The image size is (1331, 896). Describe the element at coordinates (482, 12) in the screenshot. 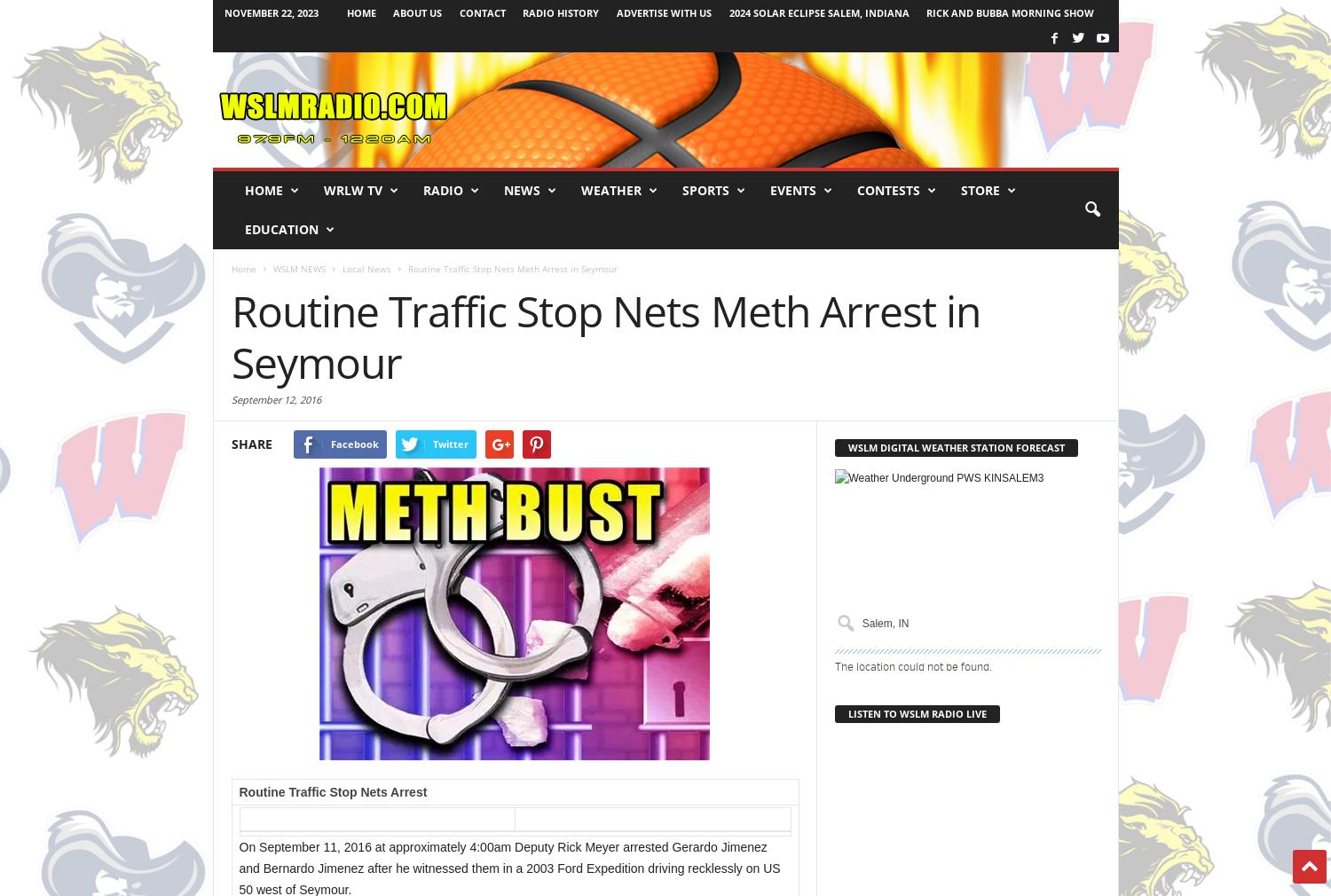

I see `'Contact'` at that location.